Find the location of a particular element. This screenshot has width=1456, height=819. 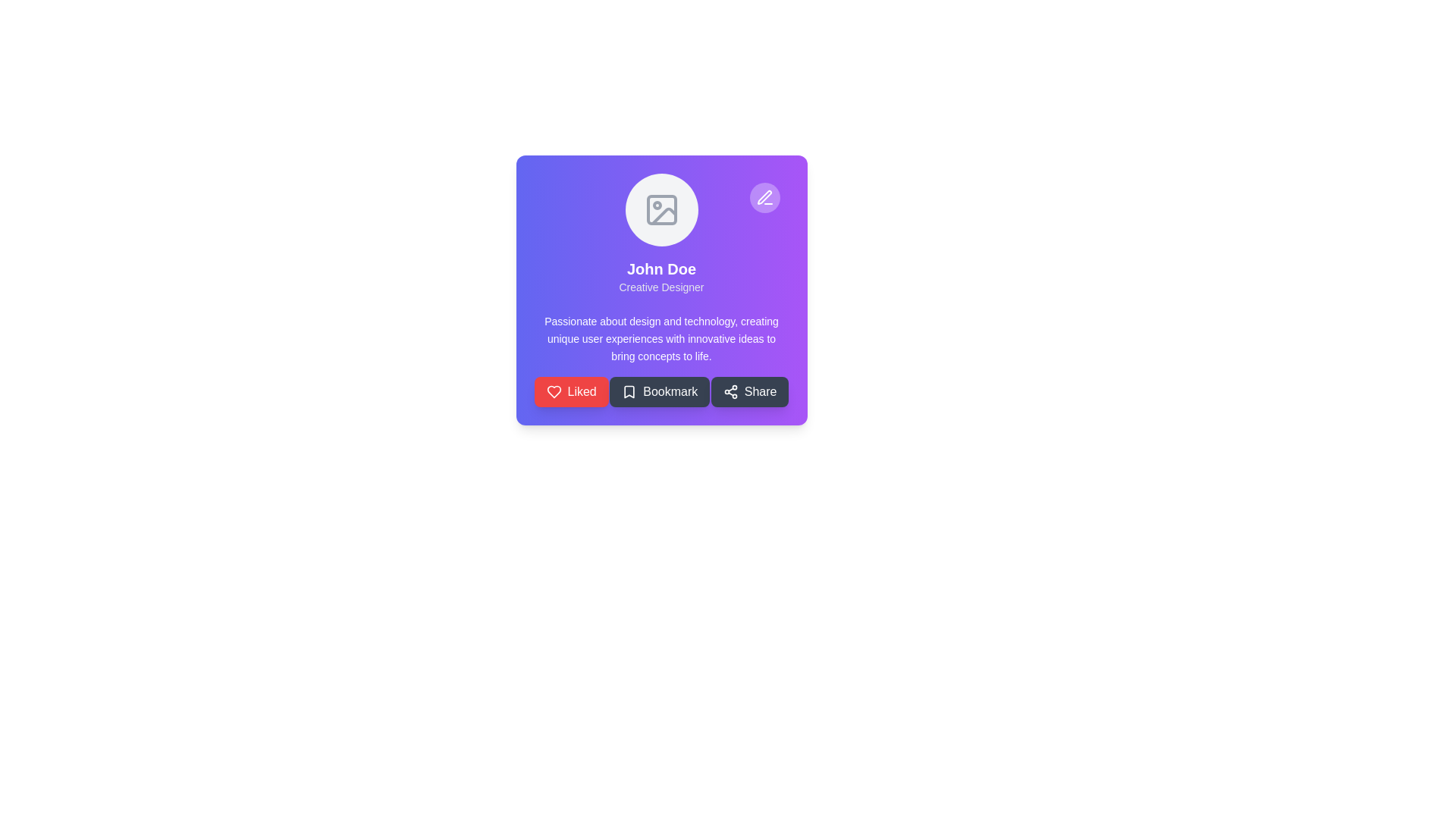

the heart-shaped vector icon representing a 'like' action, which is part of the 'Liked' button located in the bottom-left corner of the card interface is located at coordinates (553, 391).